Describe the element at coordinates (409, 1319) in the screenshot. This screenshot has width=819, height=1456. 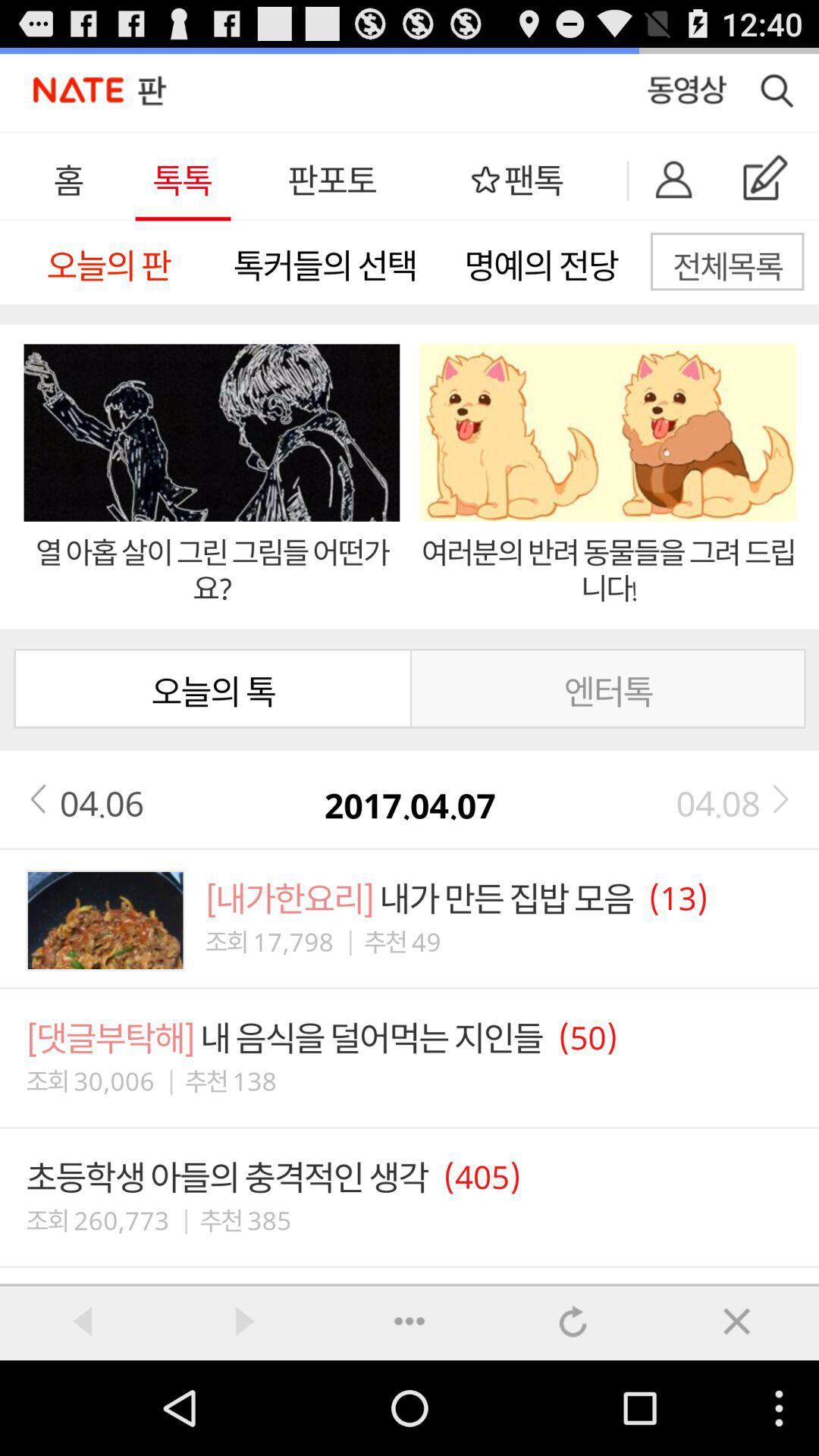
I see `close` at that location.